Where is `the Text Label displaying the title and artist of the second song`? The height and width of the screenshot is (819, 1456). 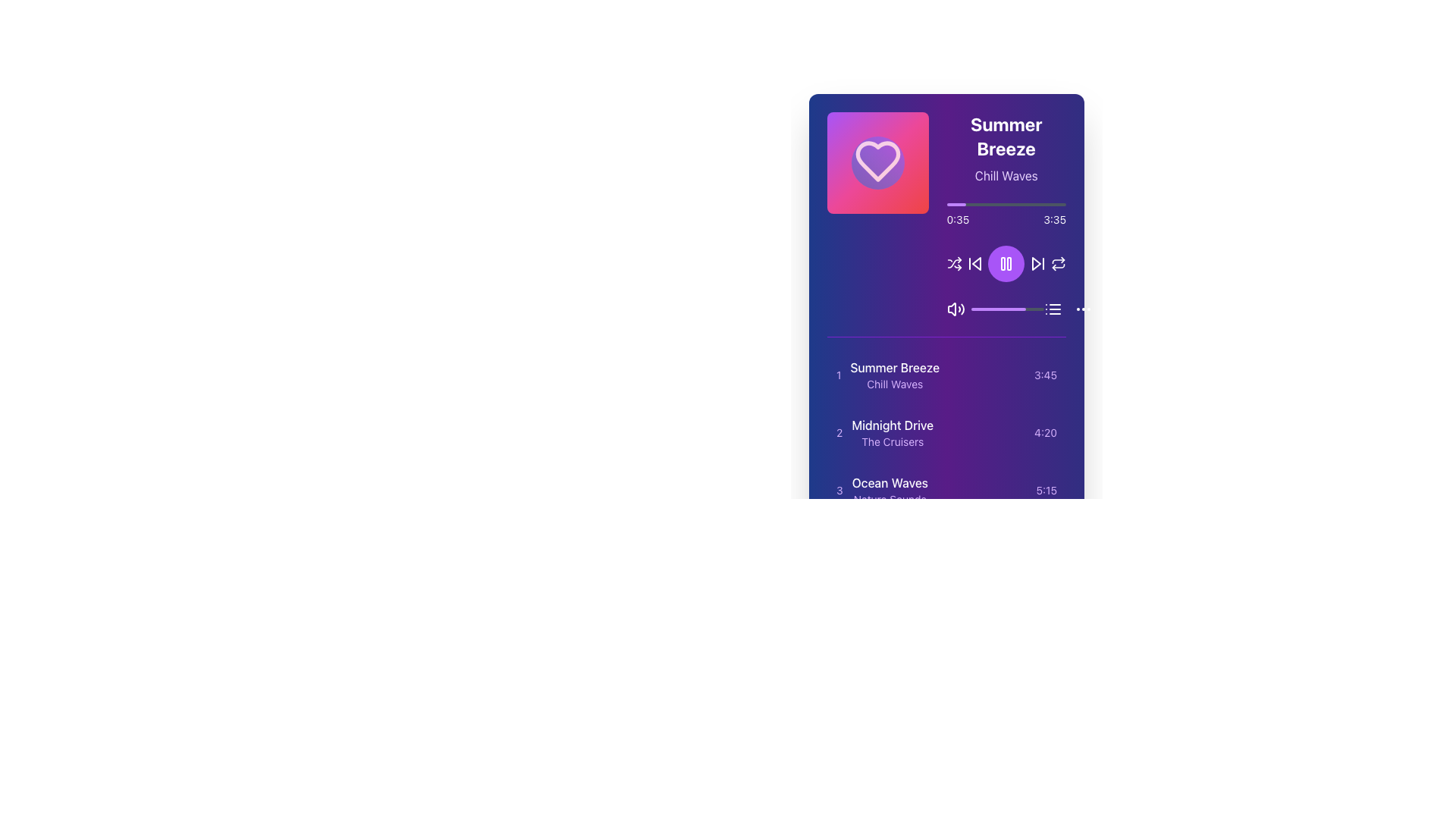
the Text Label displaying the title and artist of the second song is located at coordinates (885, 432).